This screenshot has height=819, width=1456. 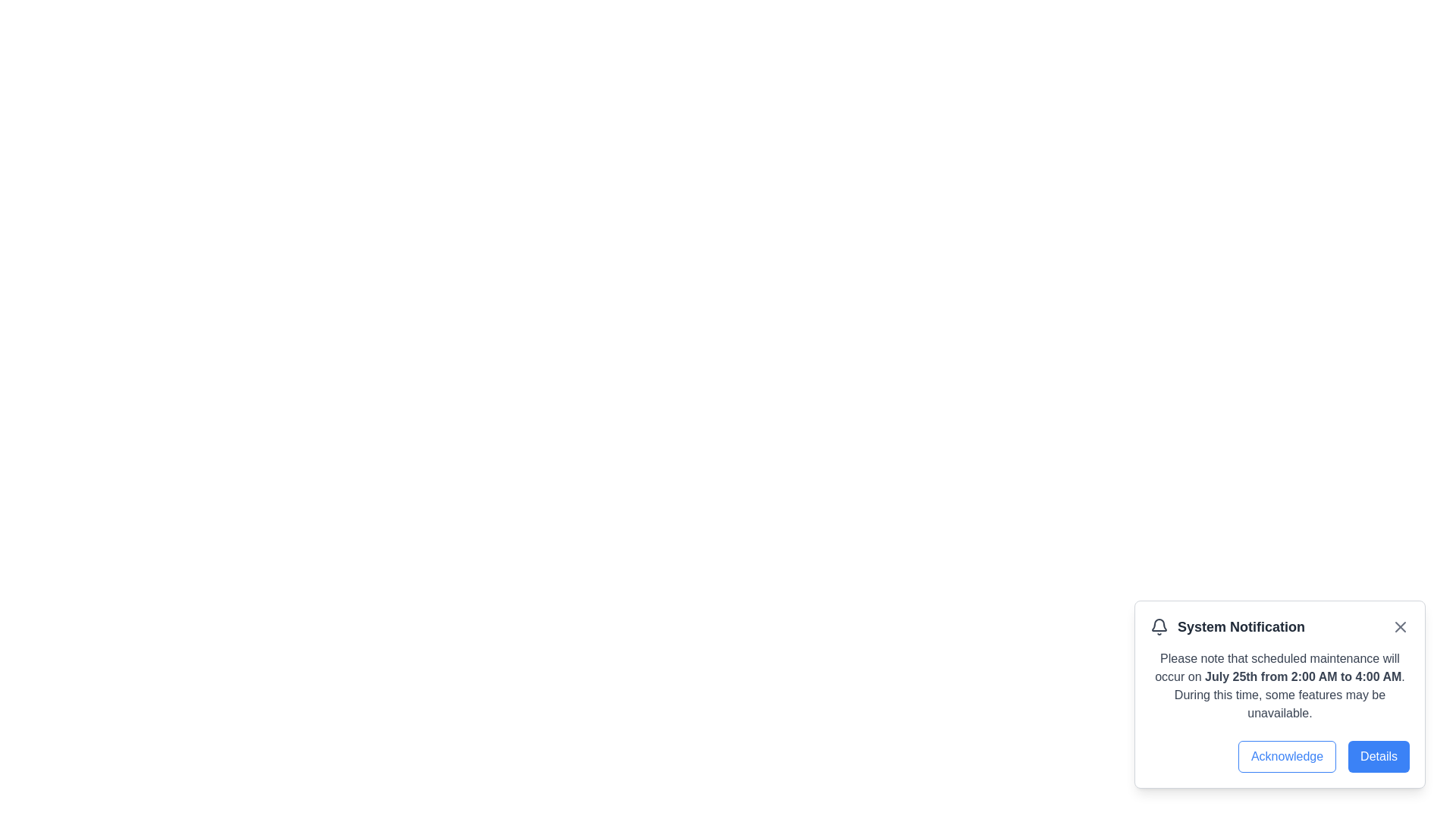 I want to click on the bell notification icon, which is a dark gray, outlined bell-shaped icon located to the left of the 'System Notification' text, so click(x=1159, y=626).